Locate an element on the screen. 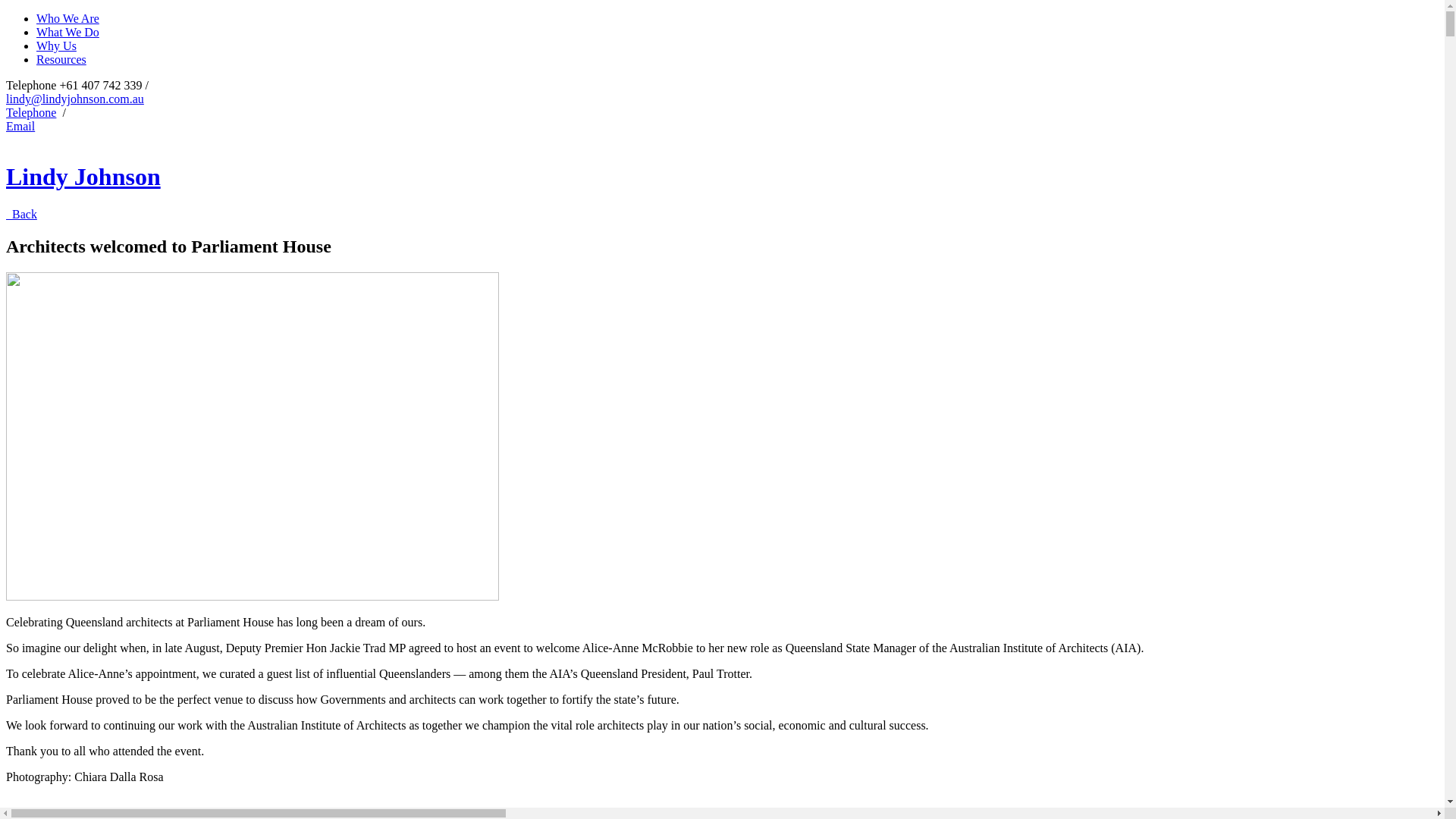 This screenshot has width=1456, height=819. '  Back' is located at coordinates (21, 214).